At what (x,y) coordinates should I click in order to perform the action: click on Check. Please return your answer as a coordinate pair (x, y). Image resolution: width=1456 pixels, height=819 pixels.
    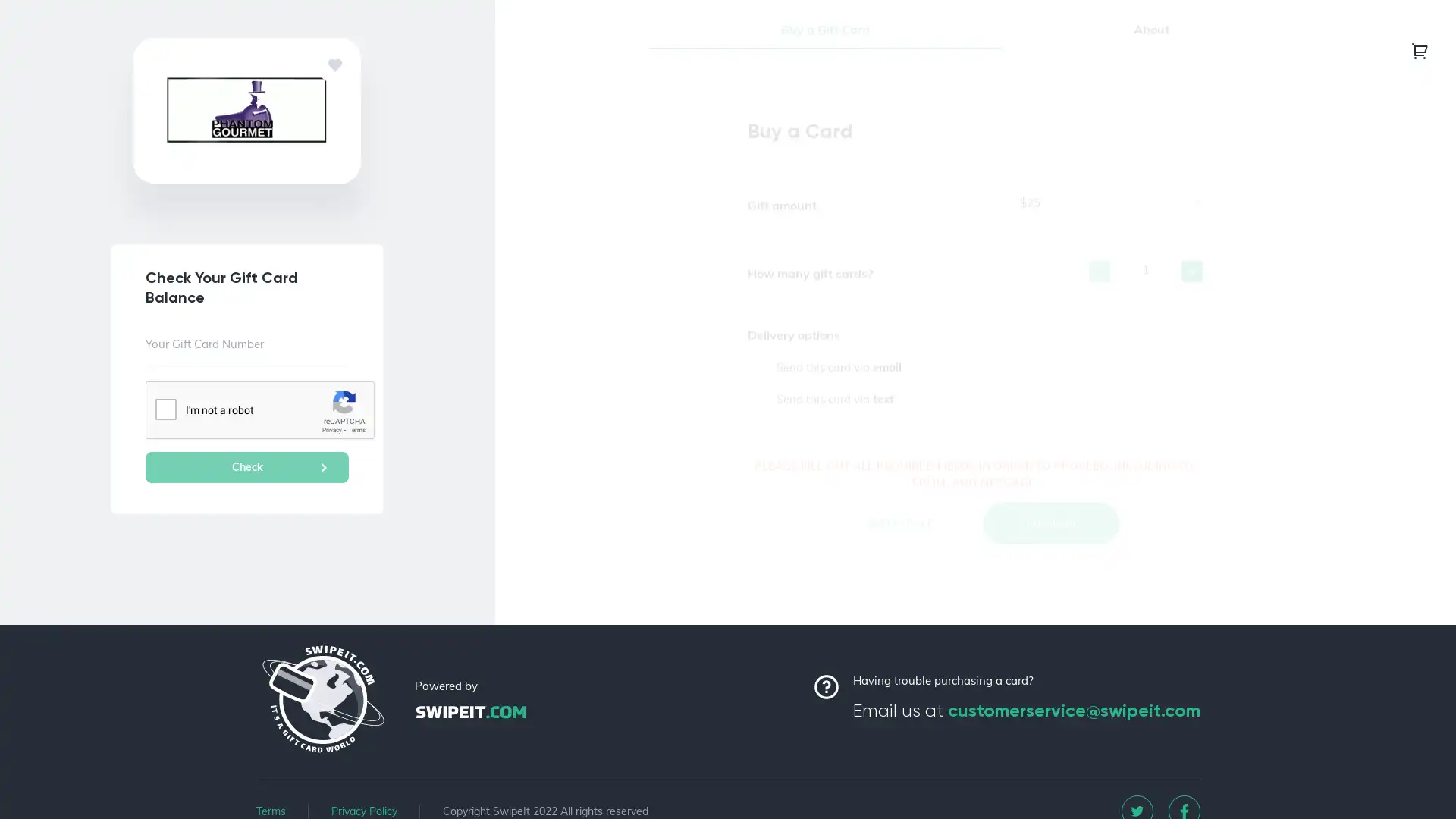
    Looking at the image, I should click on (247, 466).